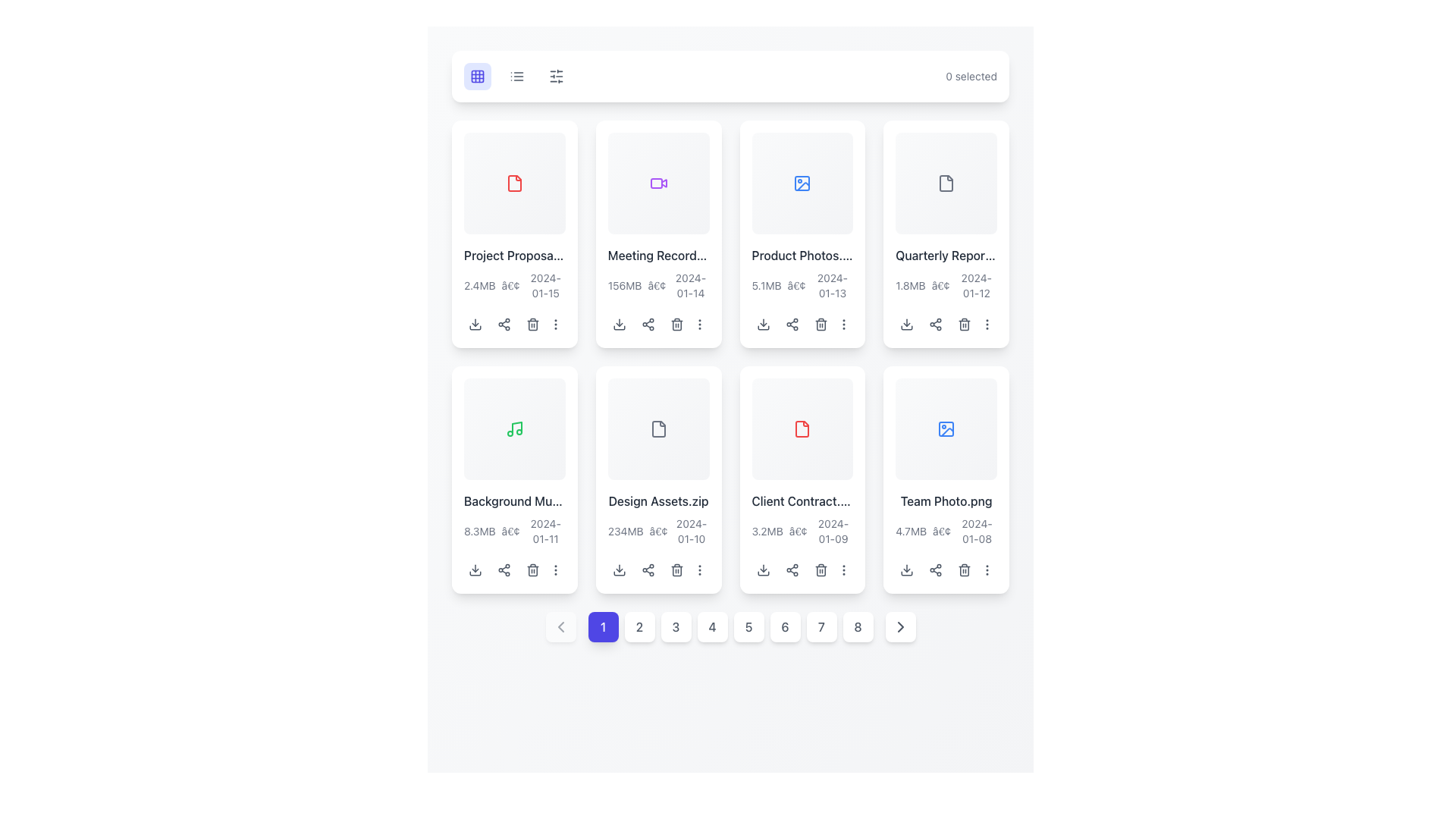 Image resolution: width=1456 pixels, height=819 pixels. What do you see at coordinates (514, 530) in the screenshot?
I see `the text label providing metadata about the file 'Background Music.mp3', located at the bottom-left corner of its grid cell` at bounding box center [514, 530].